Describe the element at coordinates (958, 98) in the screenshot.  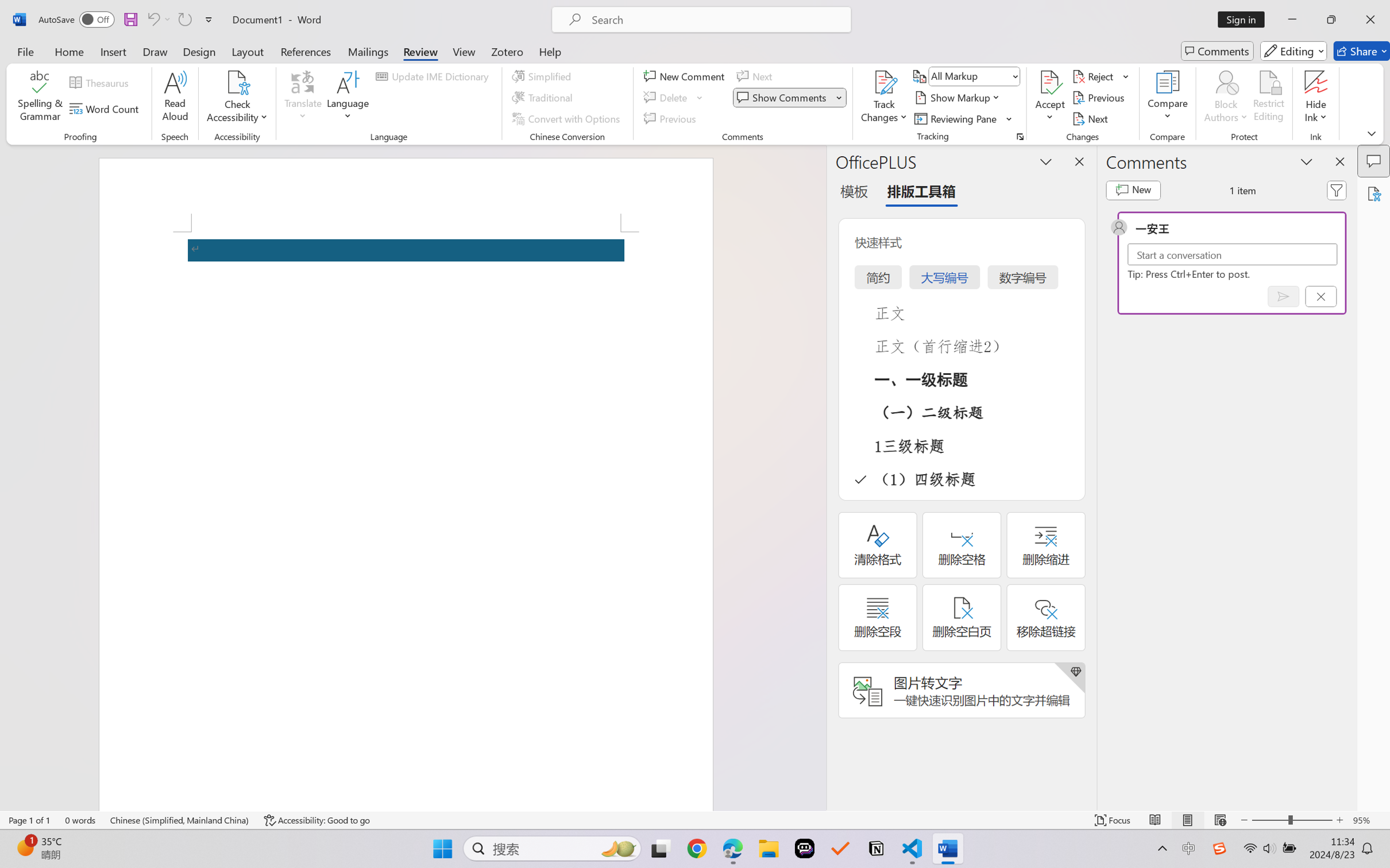
I see `'Show Markup'` at that location.